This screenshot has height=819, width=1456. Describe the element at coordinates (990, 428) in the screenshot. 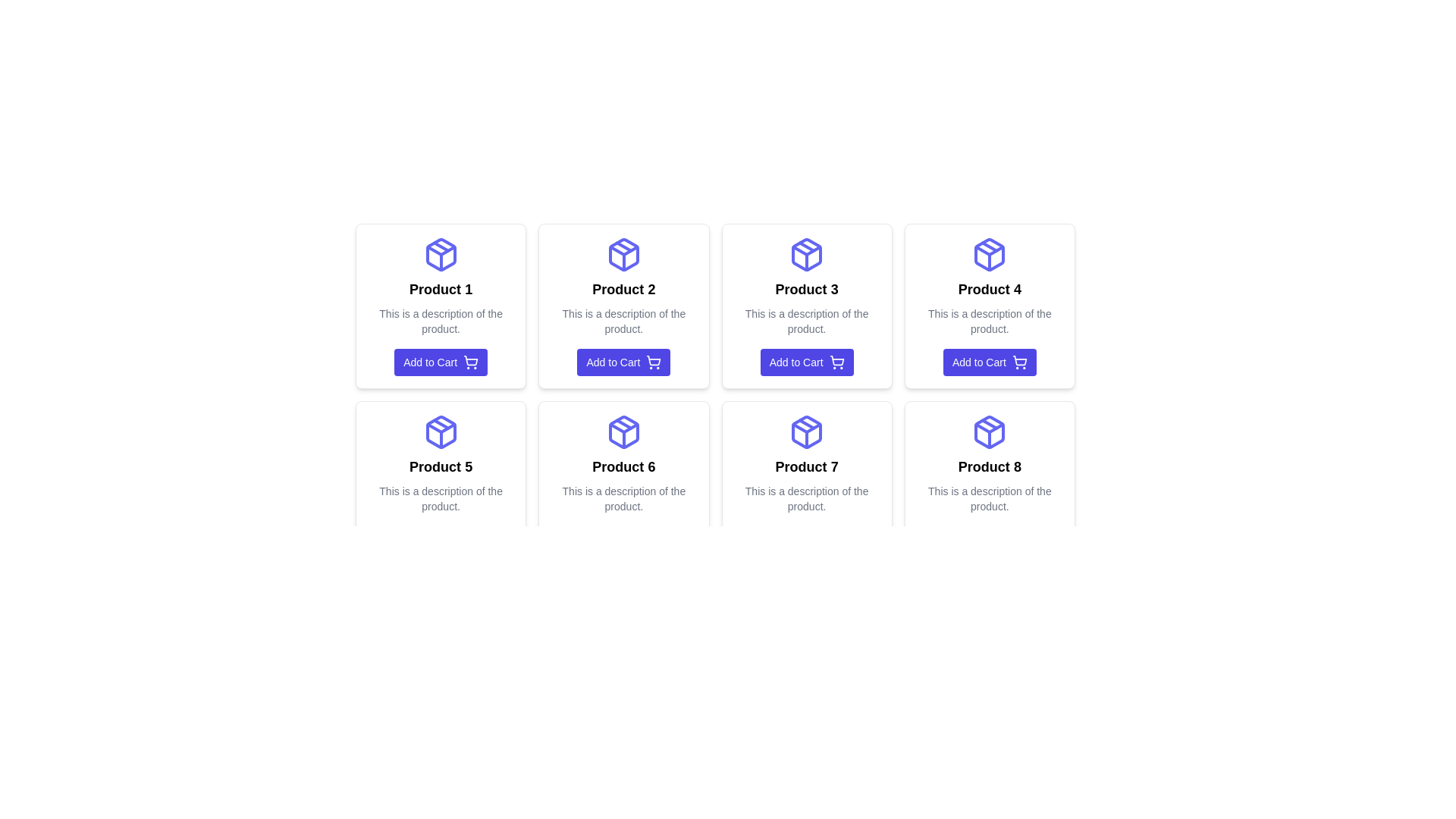

I see `the blue outlined arrow-like graphical icon located in the eighth product card layout` at that location.